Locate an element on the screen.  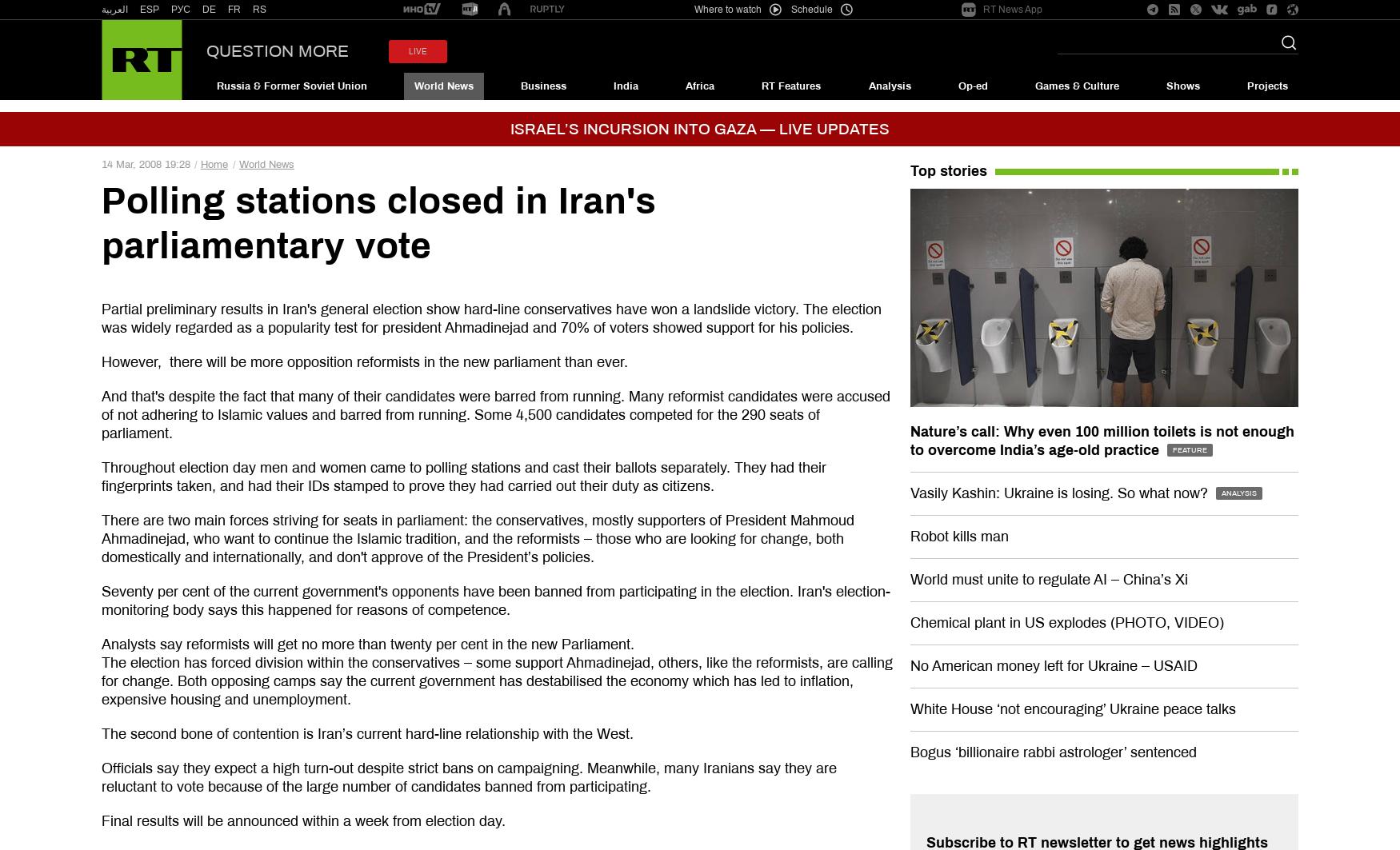
'Throughout election day men and women came to polling stations and cast their ballots separately. They had their fingerprints taken, and had their IDs stamped to prove they had carried out their duty as citizens.' is located at coordinates (463, 476).